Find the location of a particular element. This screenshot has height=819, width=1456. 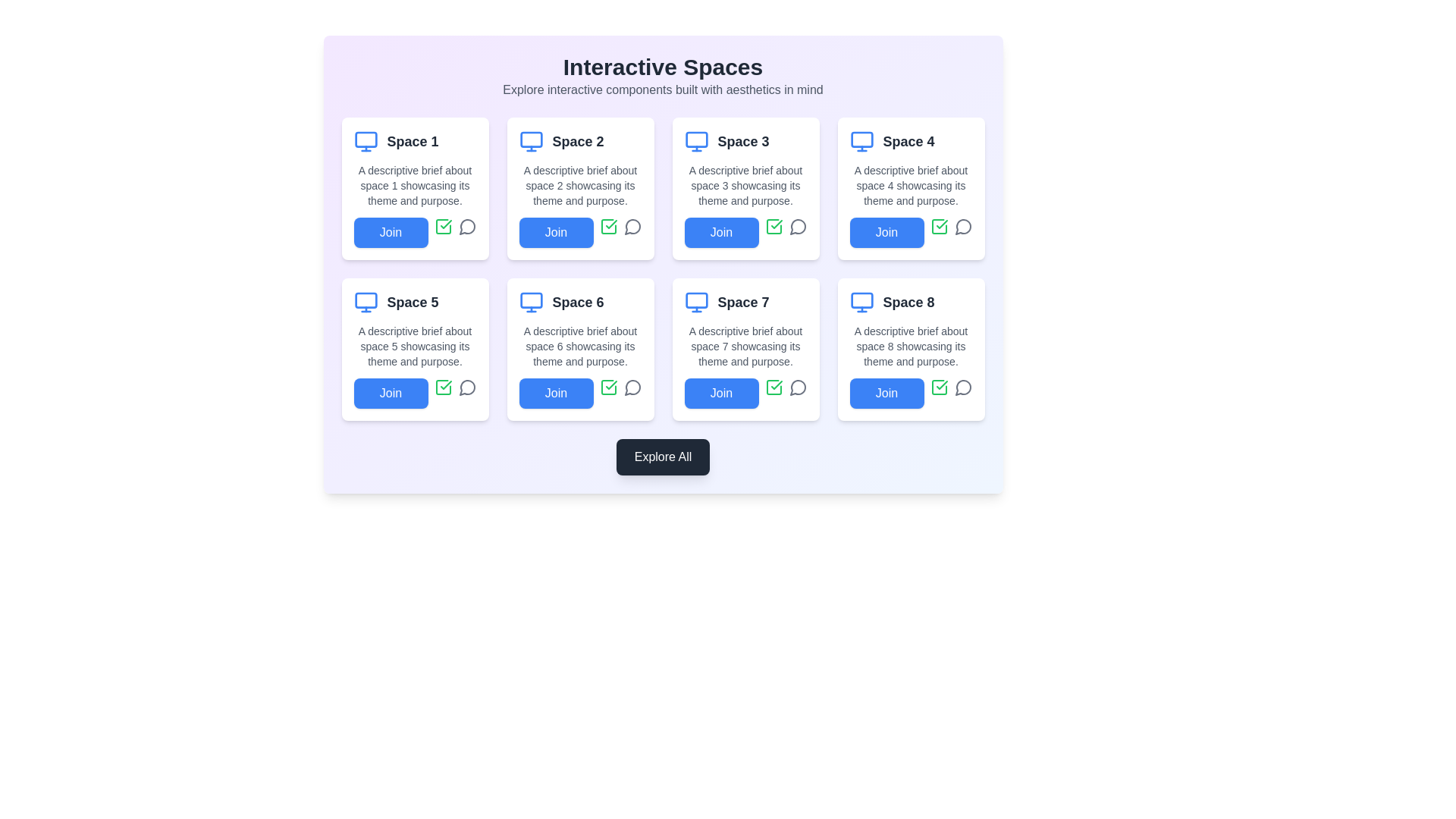

text displayed in the small, gray font stating 'A descriptive brief about space 3 showcasing its theme and purpose.' located in the second row, third card from the left beneath the title 'Space 3' is located at coordinates (745, 185).